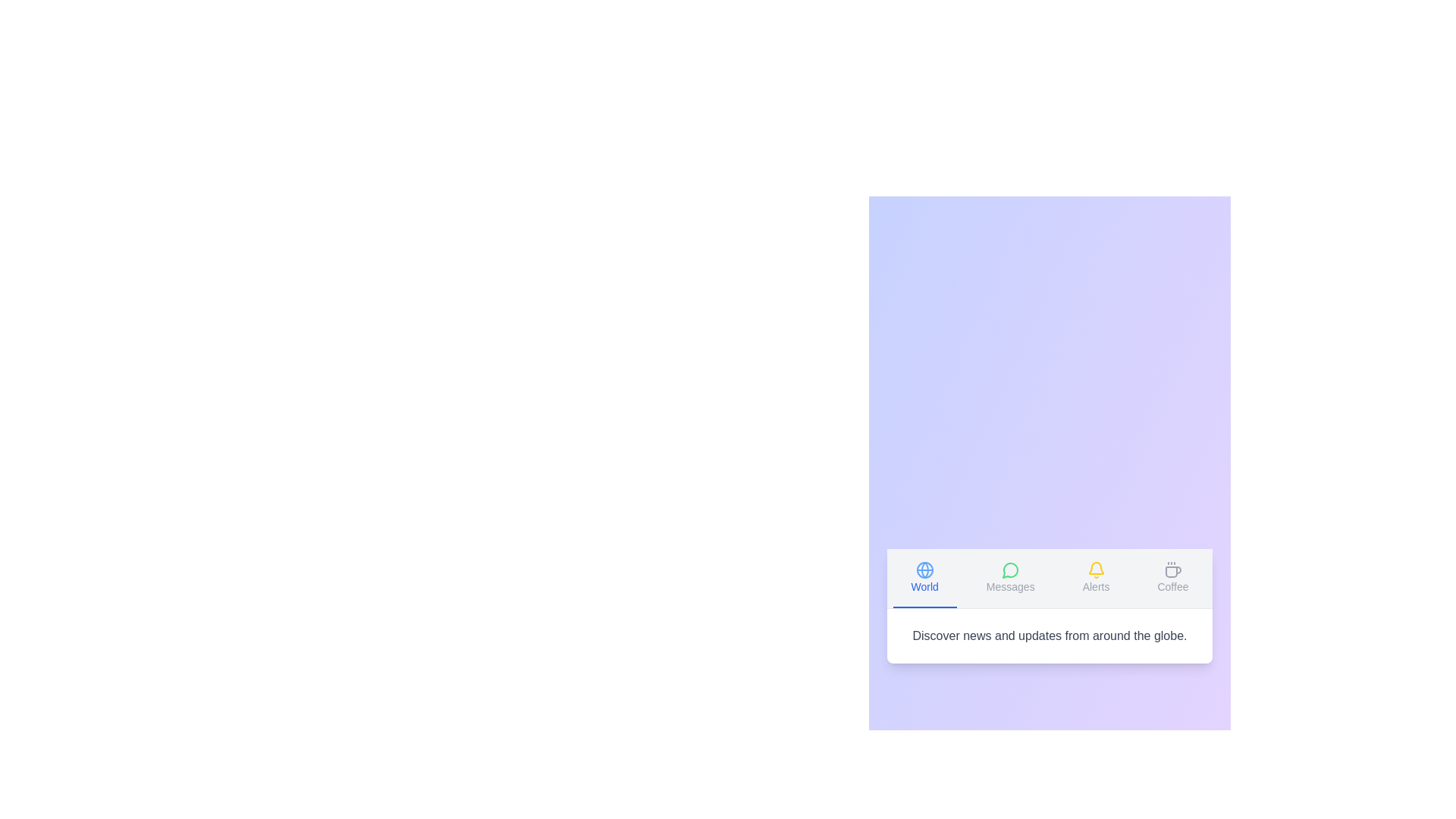 Image resolution: width=1456 pixels, height=819 pixels. What do you see at coordinates (1172, 578) in the screenshot?
I see `the tab labeled 'Coffee' to view its content` at bounding box center [1172, 578].